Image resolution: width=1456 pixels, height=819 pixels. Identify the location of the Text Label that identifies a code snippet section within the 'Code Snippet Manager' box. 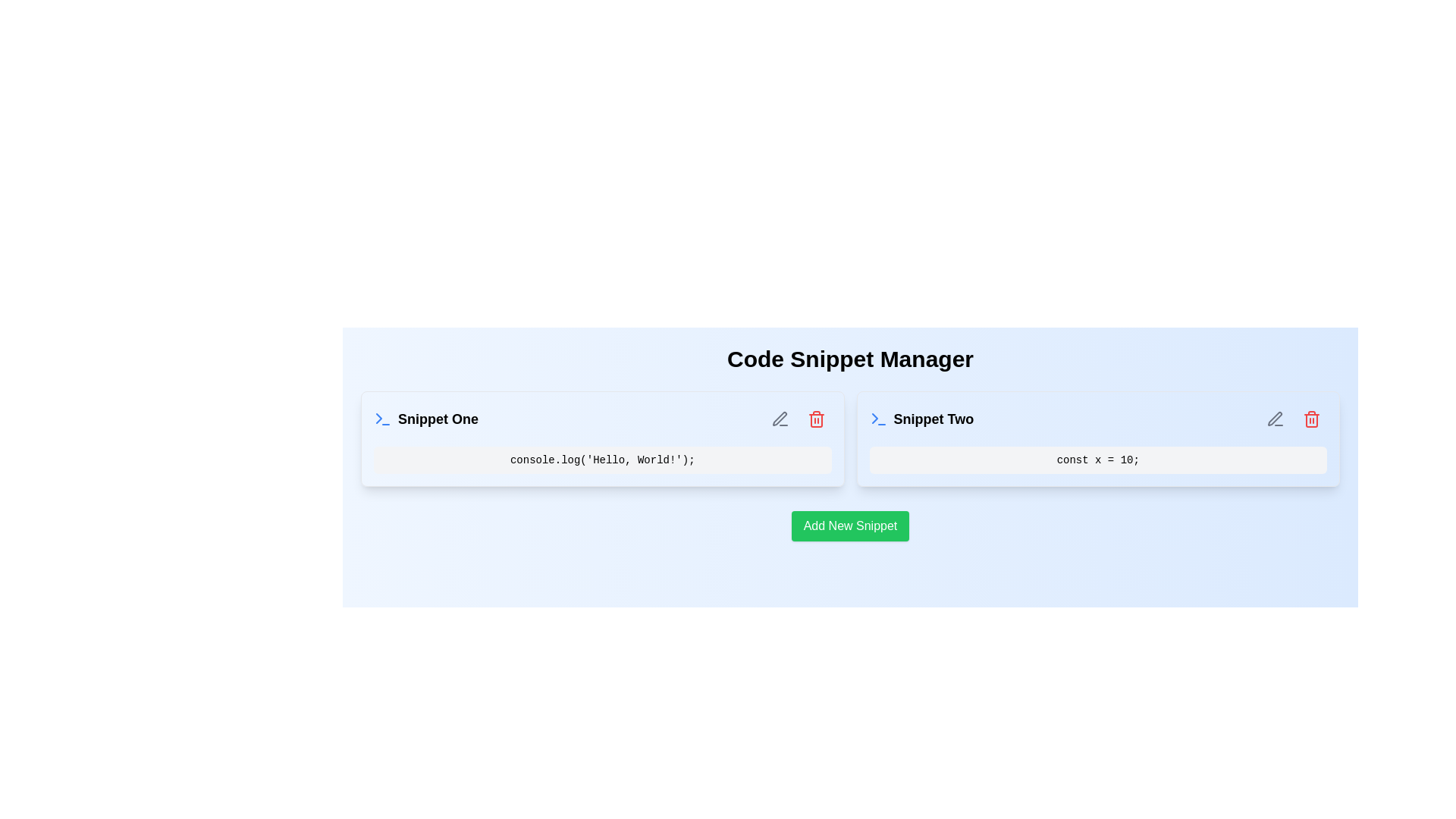
(425, 419).